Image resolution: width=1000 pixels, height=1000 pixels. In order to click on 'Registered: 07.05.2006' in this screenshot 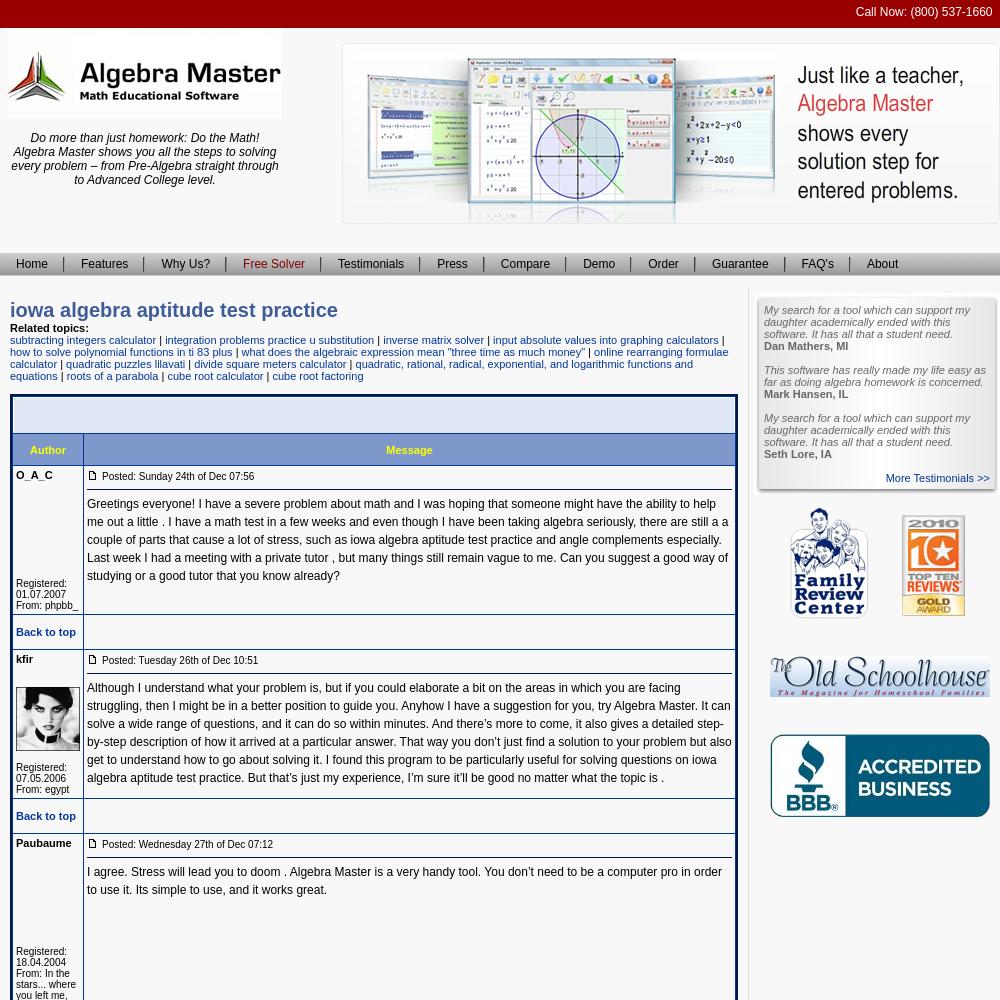, I will do `click(41, 773)`.